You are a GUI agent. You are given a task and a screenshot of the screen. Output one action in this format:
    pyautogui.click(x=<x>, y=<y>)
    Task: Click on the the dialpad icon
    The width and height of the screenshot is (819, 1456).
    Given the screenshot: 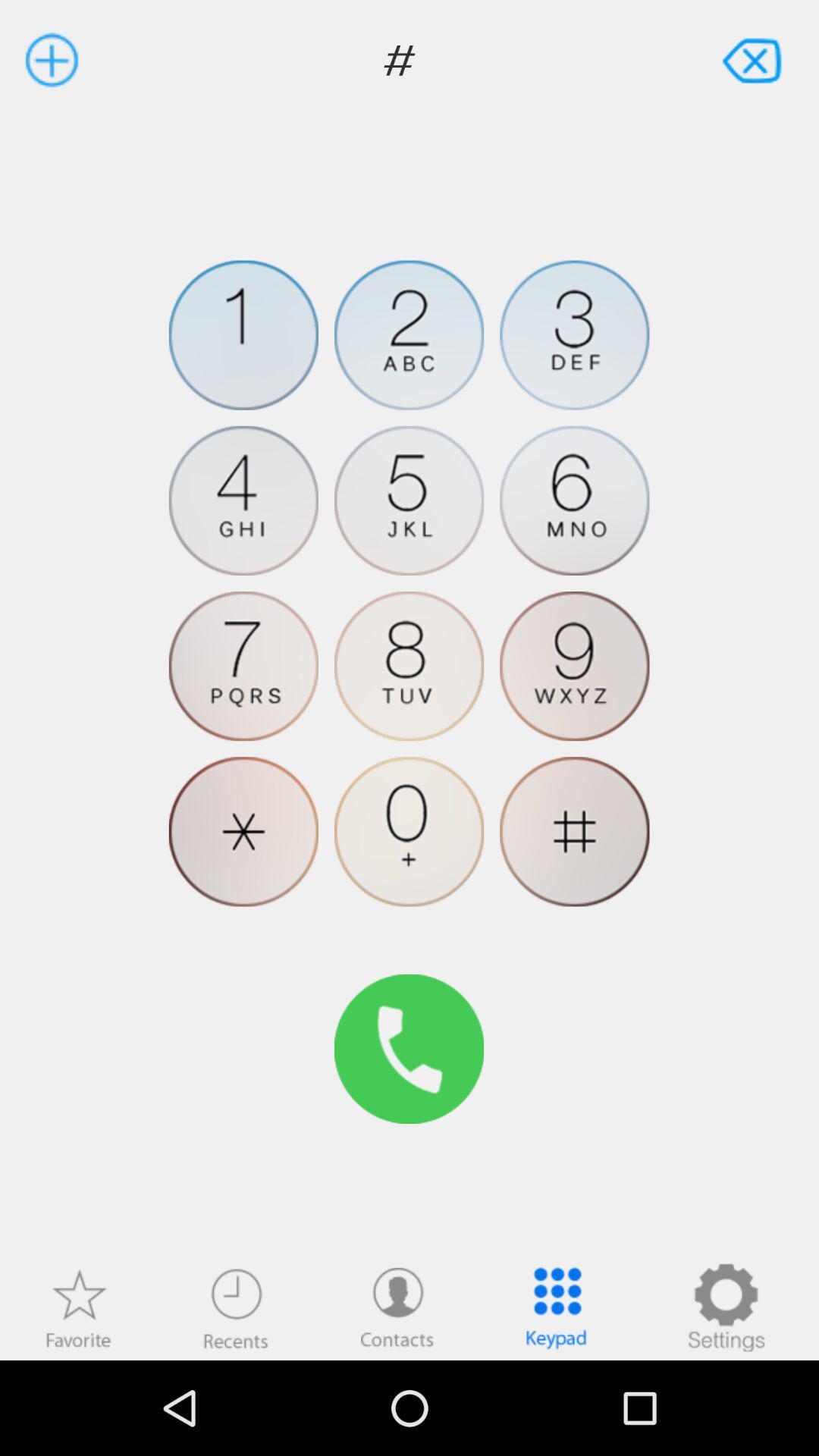 What is the action you would take?
    pyautogui.click(x=556, y=1398)
    